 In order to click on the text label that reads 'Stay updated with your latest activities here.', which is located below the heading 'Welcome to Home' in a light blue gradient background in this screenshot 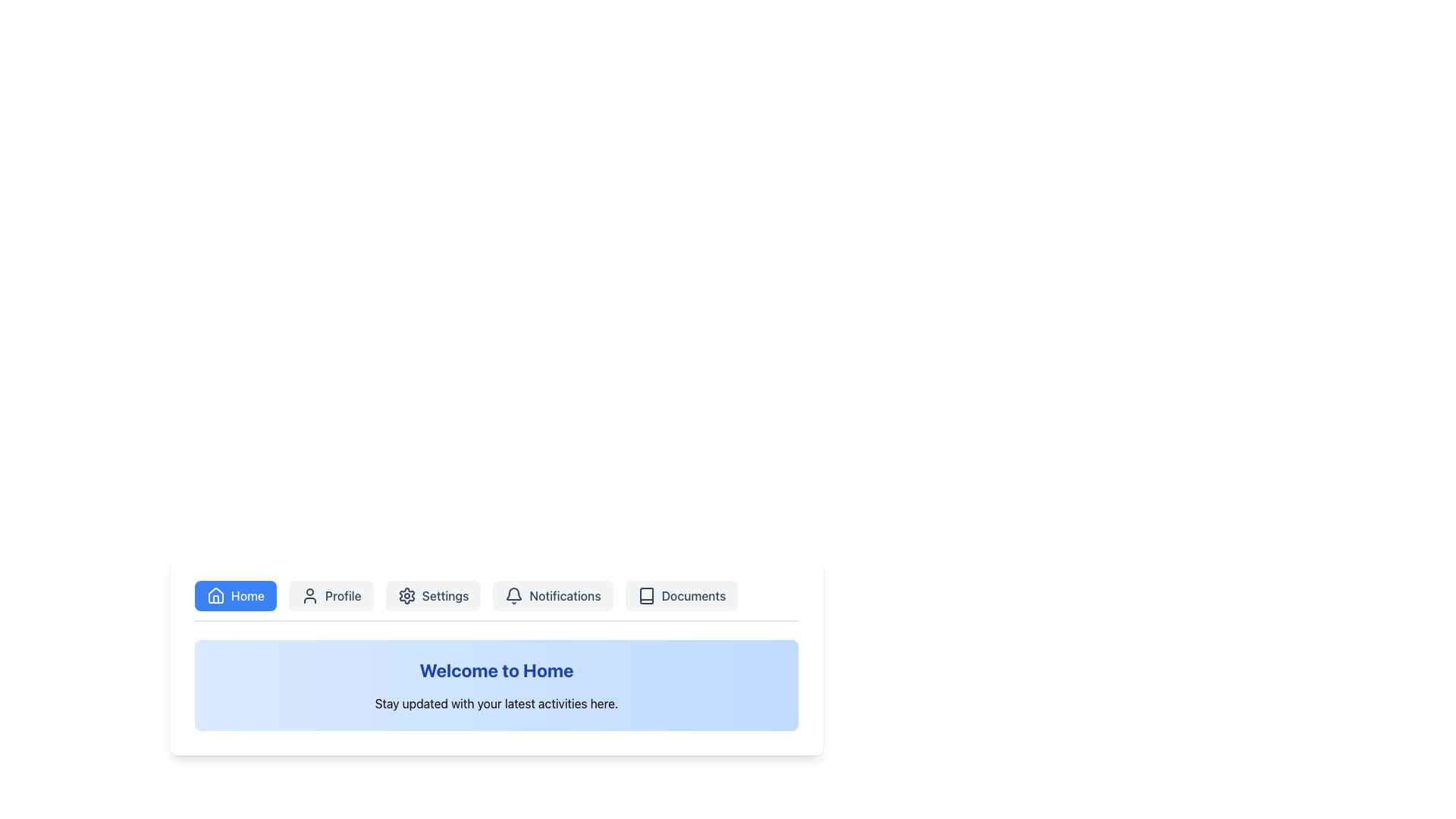, I will do `click(496, 704)`.